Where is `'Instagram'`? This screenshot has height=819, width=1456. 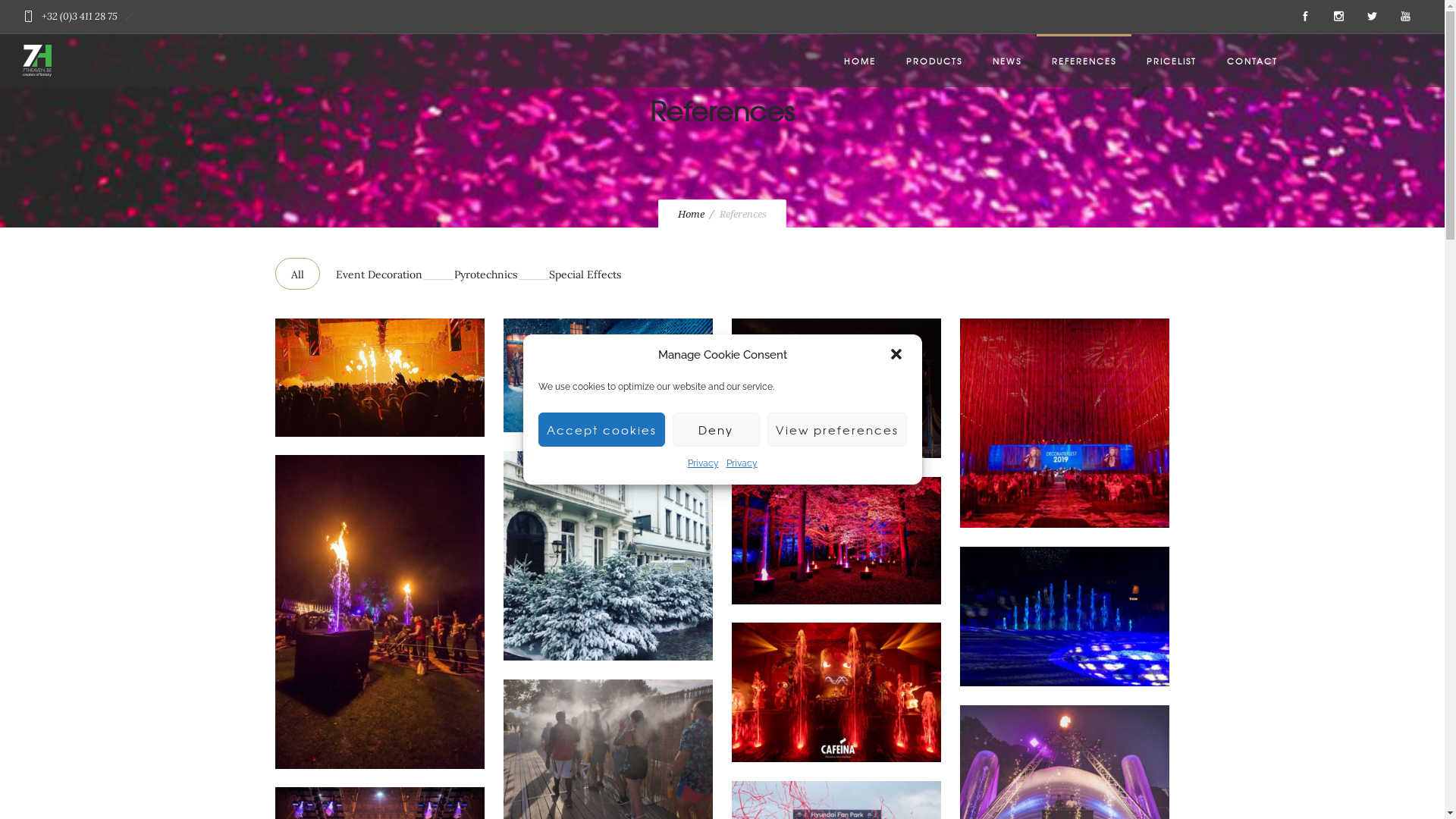
'Instagram' is located at coordinates (1320, 17).